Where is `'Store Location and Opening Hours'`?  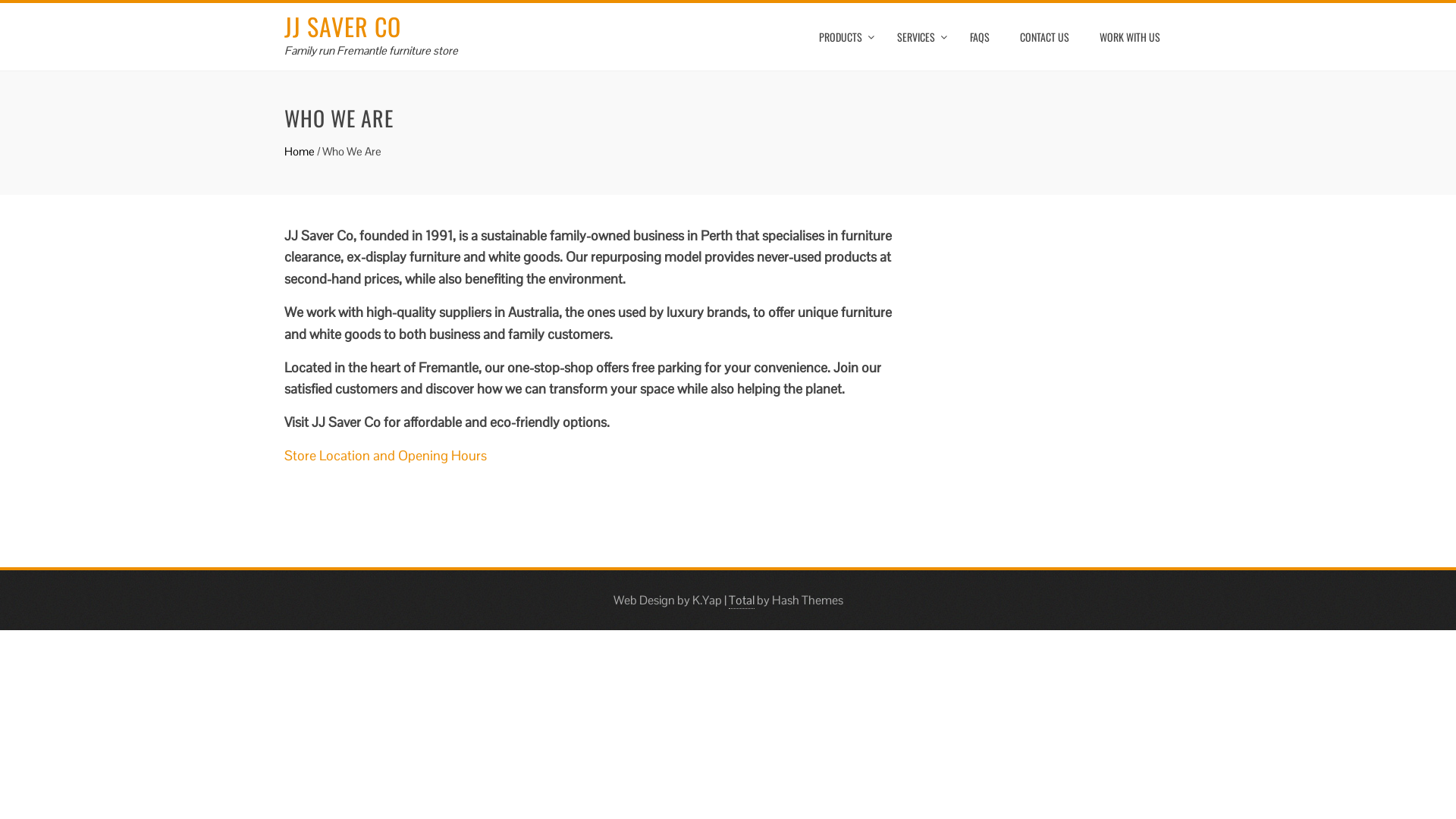
'Store Location and Opening Hours' is located at coordinates (385, 454).